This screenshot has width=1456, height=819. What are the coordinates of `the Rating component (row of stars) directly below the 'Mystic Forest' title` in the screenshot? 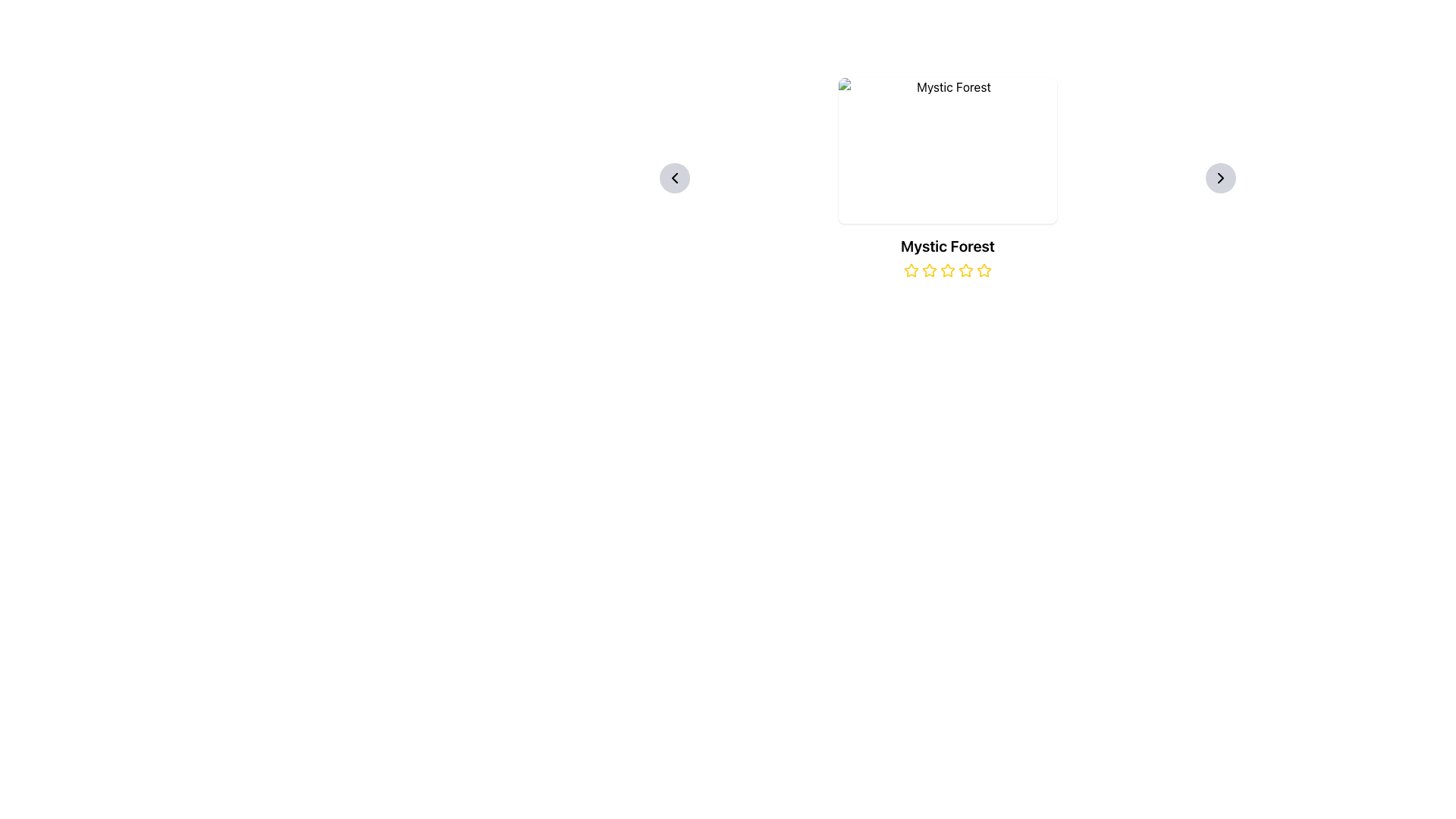 It's located at (946, 270).